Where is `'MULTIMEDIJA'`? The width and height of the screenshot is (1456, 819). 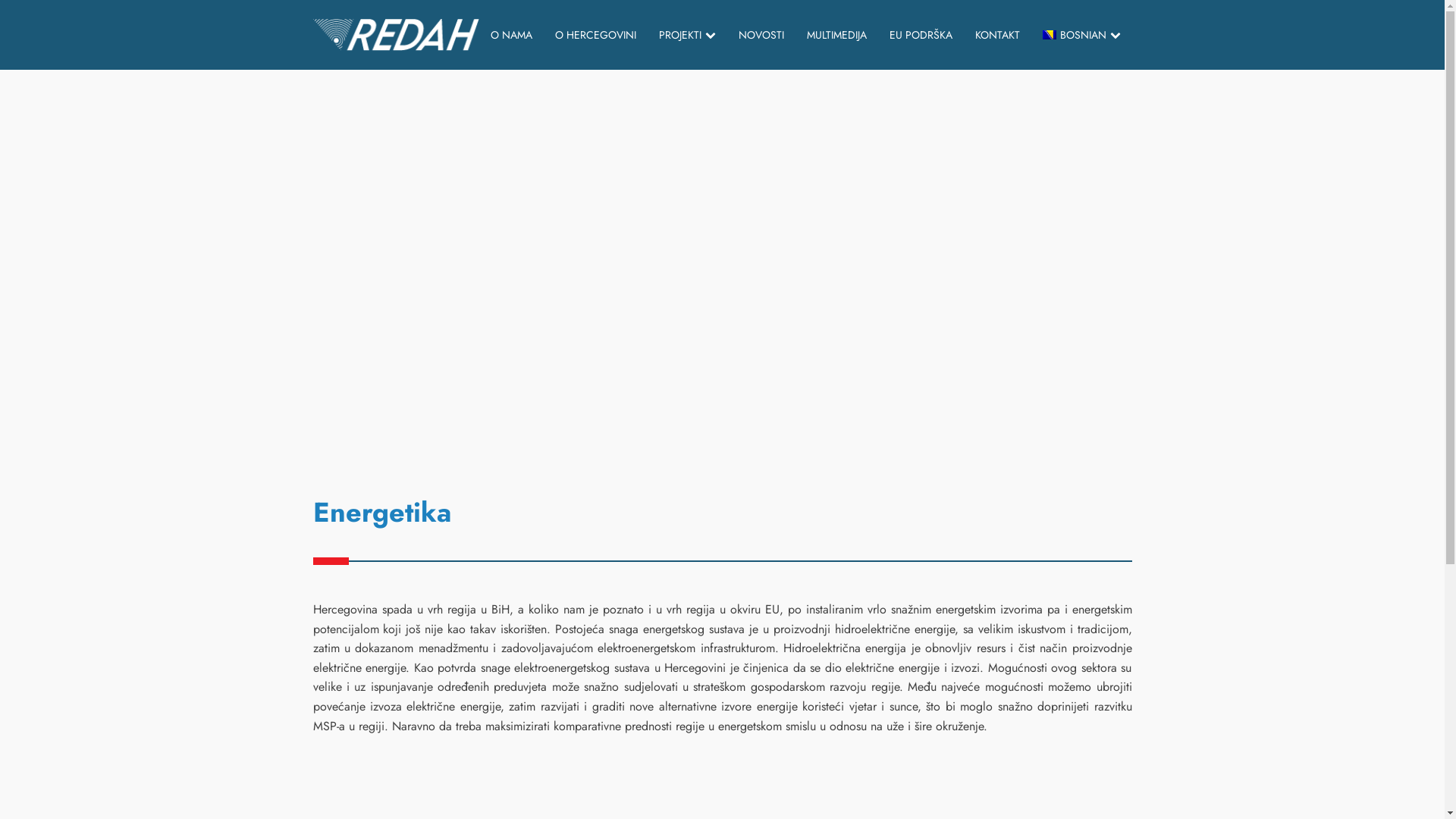
'MULTIMEDIJA' is located at coordinates (836, 34).